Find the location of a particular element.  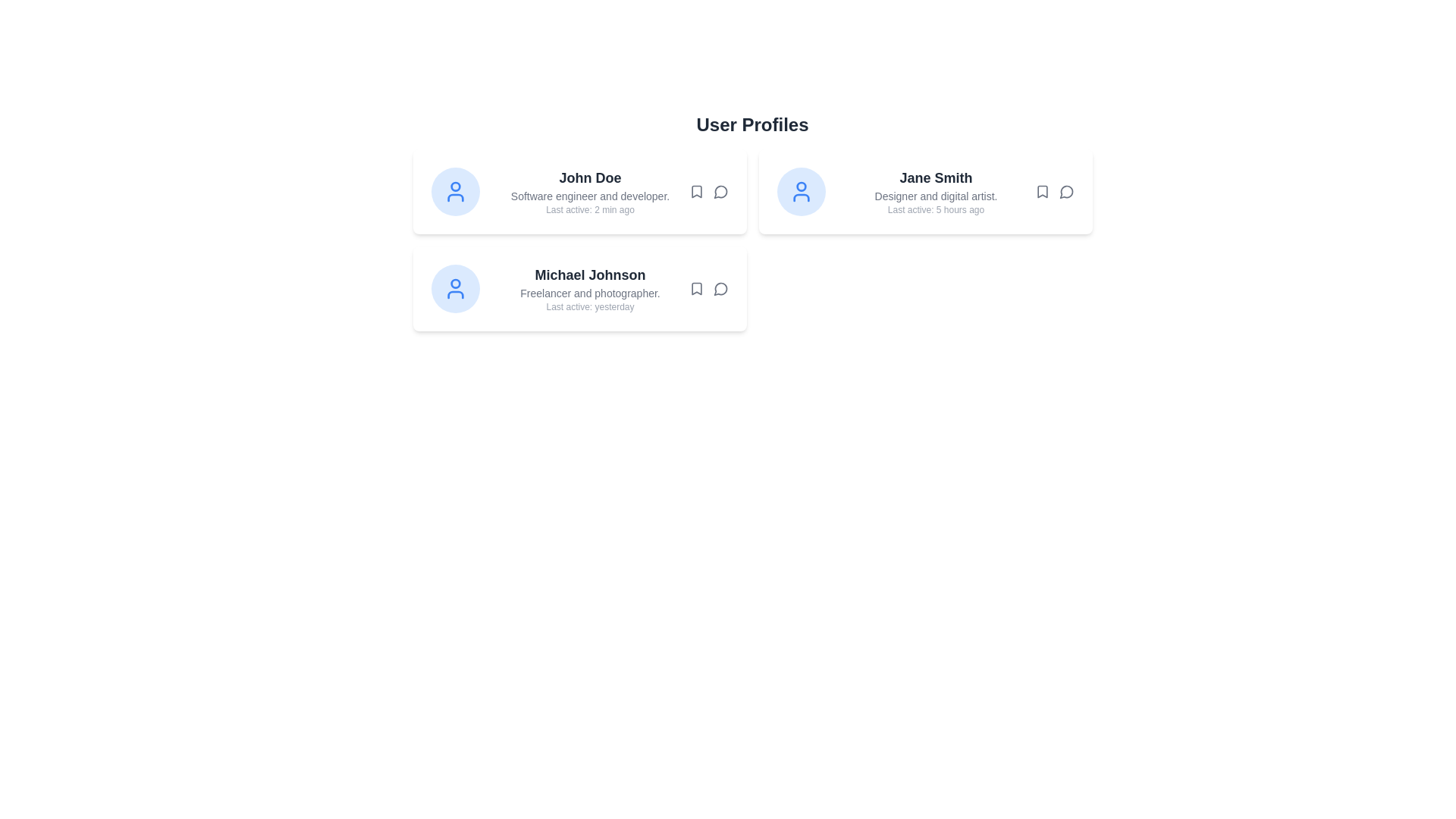

the bookmark icon located at the top-right corner of the card representing 'Michael Johnson' is located at coordinates (695, 289).